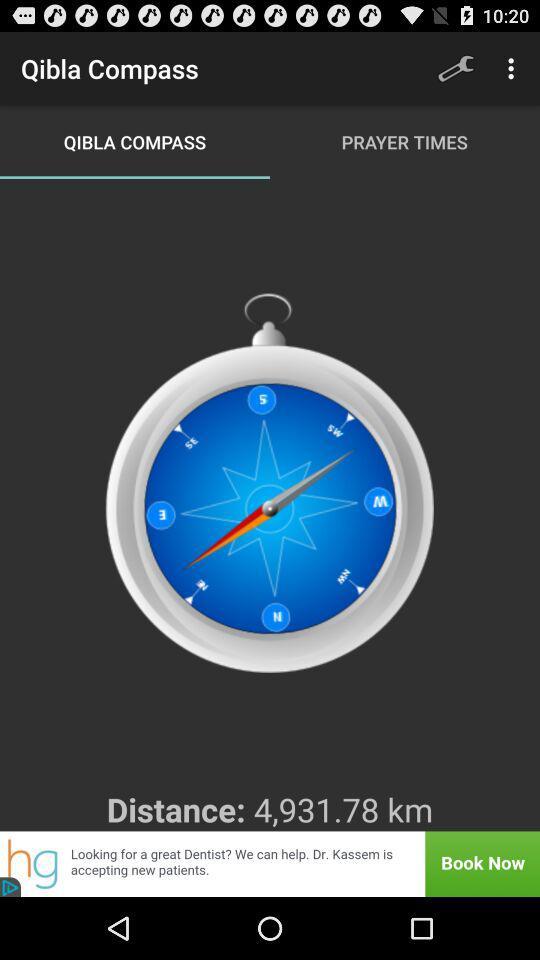 The image size is (540, 960). What do you see at coordinates (455, 68) in the screenshot?
I see `app next to qibla compass item` at bounding box center [455, 68].